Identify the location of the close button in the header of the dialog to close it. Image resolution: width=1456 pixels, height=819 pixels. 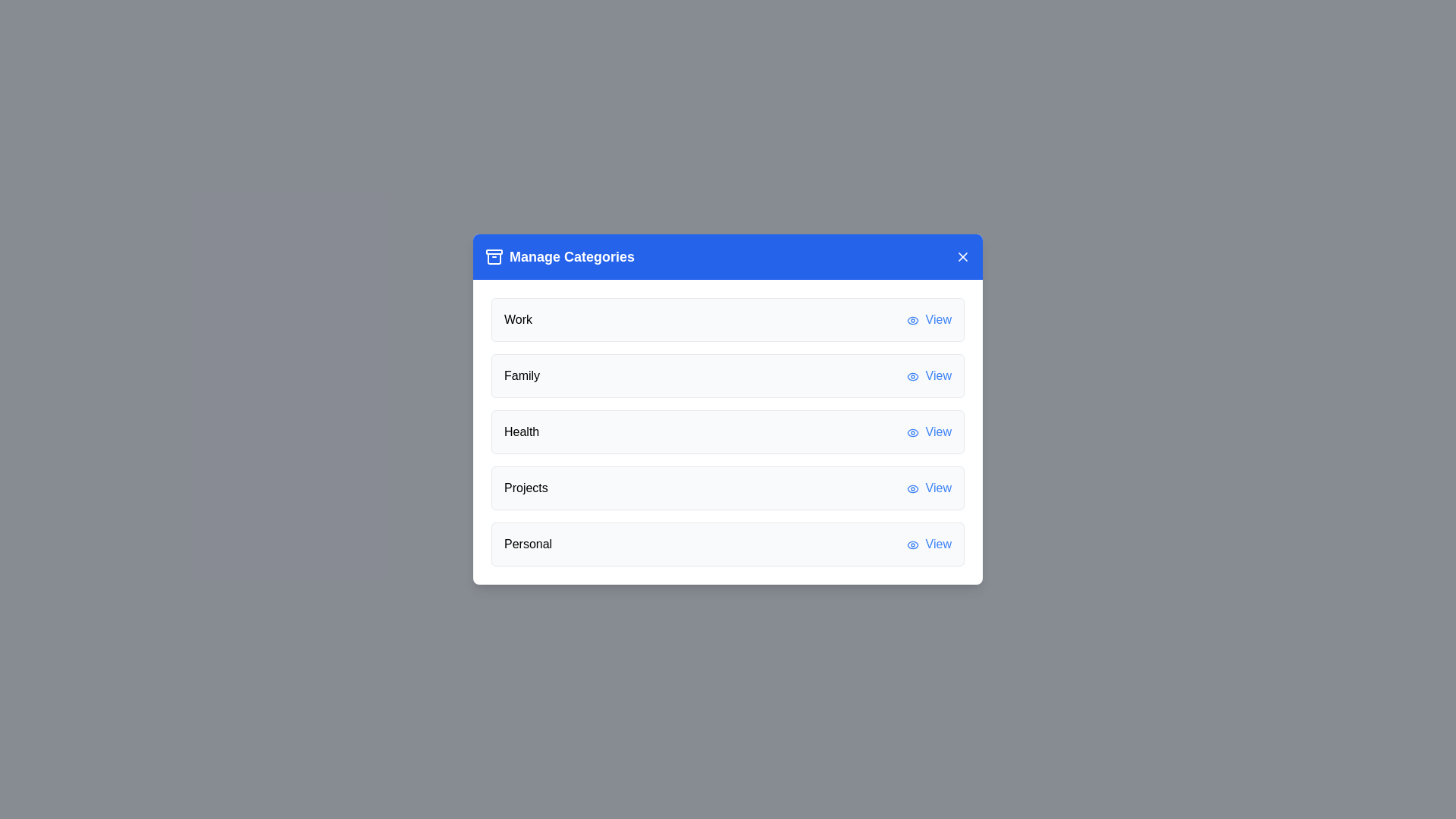
(962, 256).